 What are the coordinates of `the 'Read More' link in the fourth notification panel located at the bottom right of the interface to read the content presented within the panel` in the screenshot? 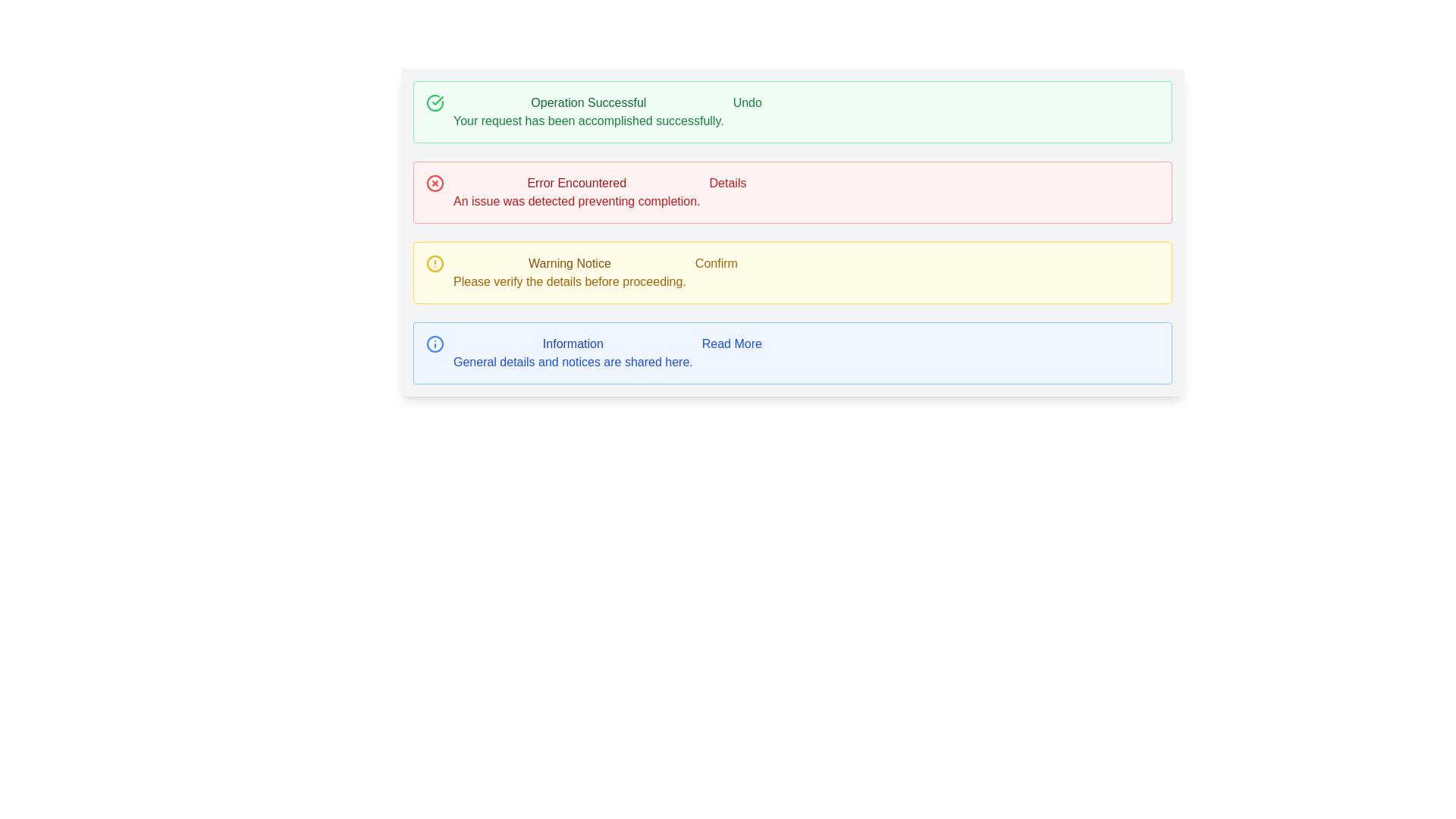 It's located at (792, 353).